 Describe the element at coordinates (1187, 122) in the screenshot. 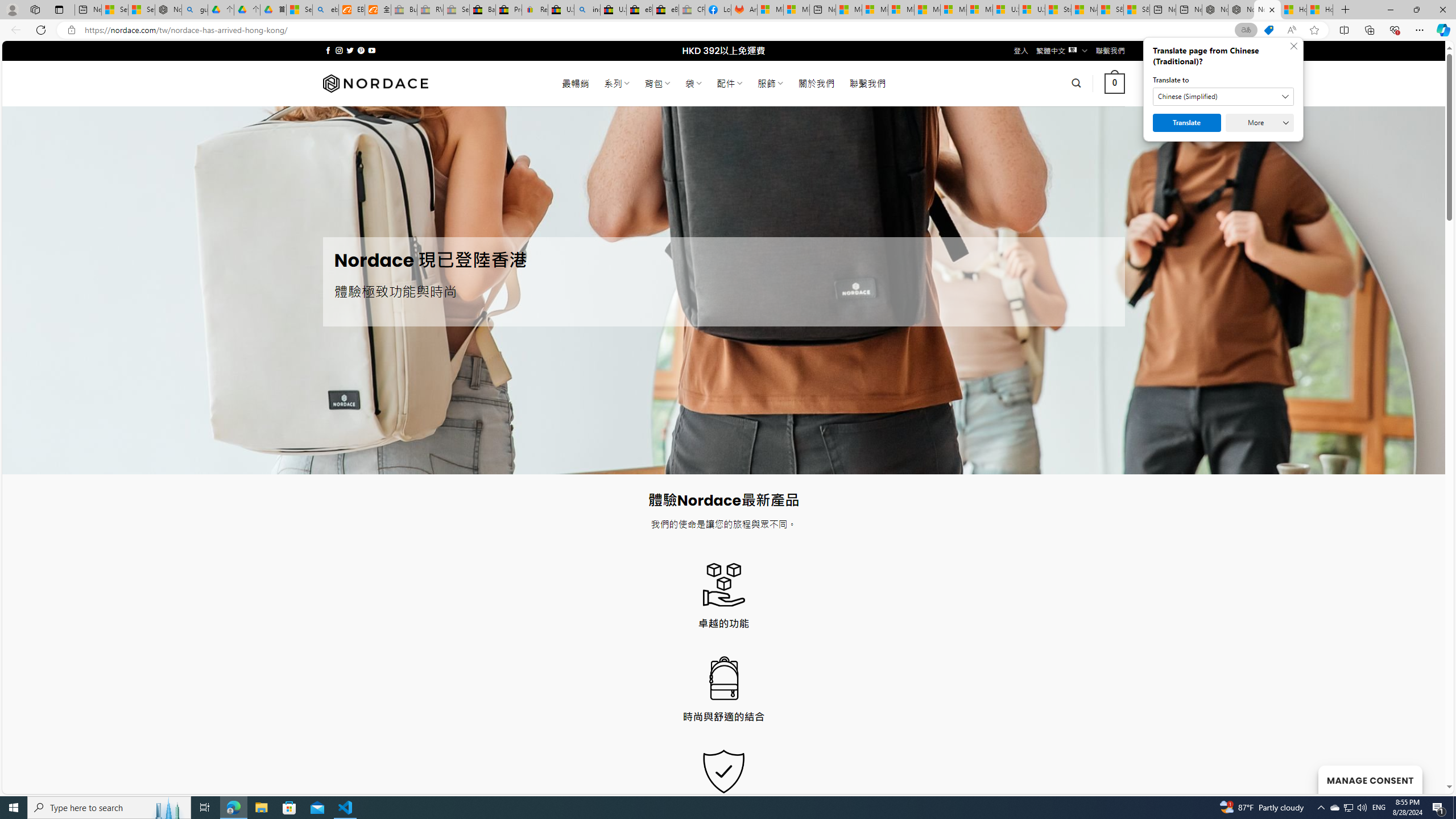

I see `'Translate'` at that location.